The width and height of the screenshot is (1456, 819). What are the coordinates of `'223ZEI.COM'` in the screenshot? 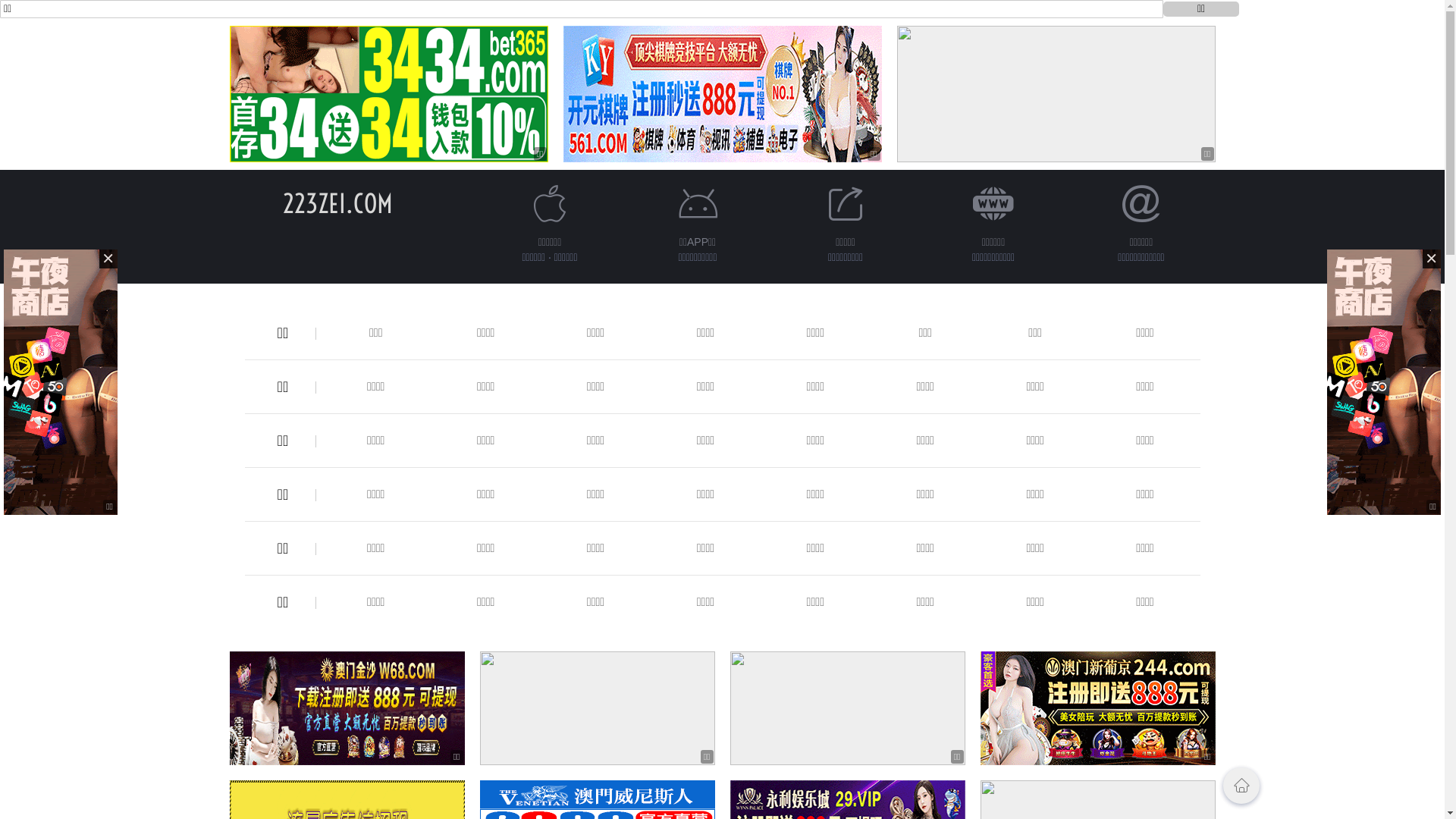 It's located at (337, 202).